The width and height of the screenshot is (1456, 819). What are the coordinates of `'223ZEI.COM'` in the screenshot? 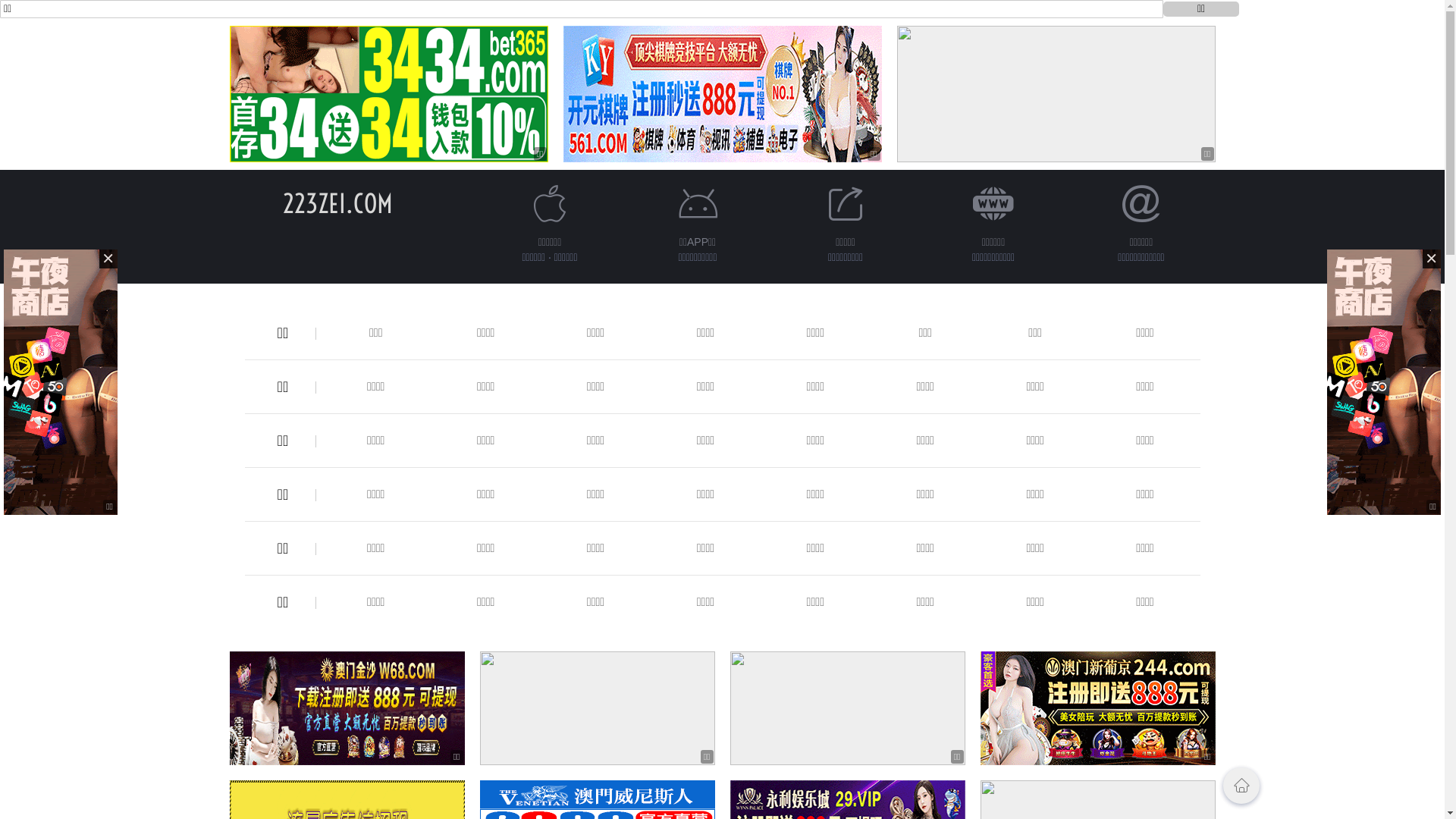 It's located at (337, 202).